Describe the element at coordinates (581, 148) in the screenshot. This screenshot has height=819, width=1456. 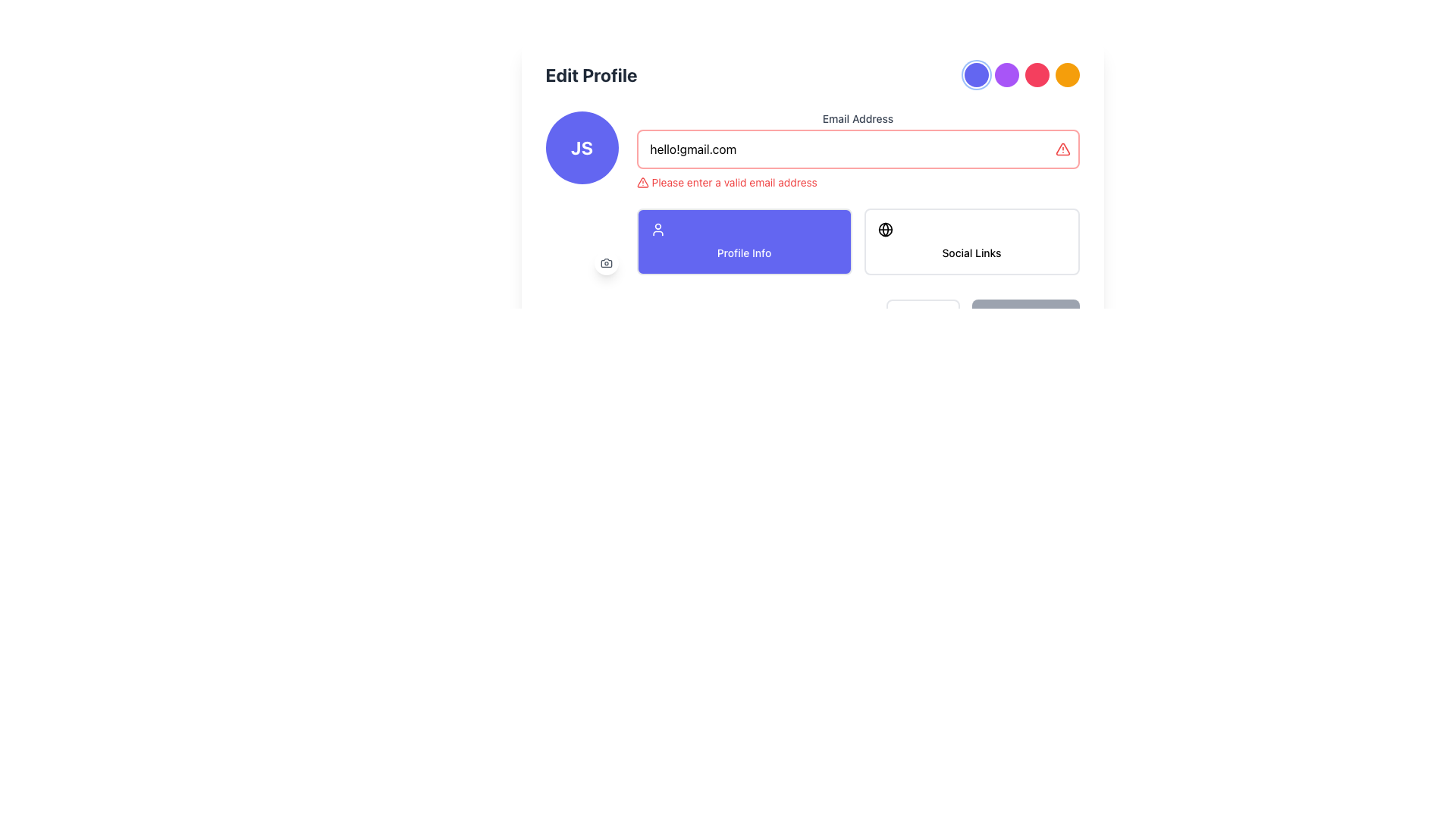
I see `the circular avatar or profile icon with a purple background and white 'JS' text, located to the left of the email input field in the Edit Profile section` at that location.